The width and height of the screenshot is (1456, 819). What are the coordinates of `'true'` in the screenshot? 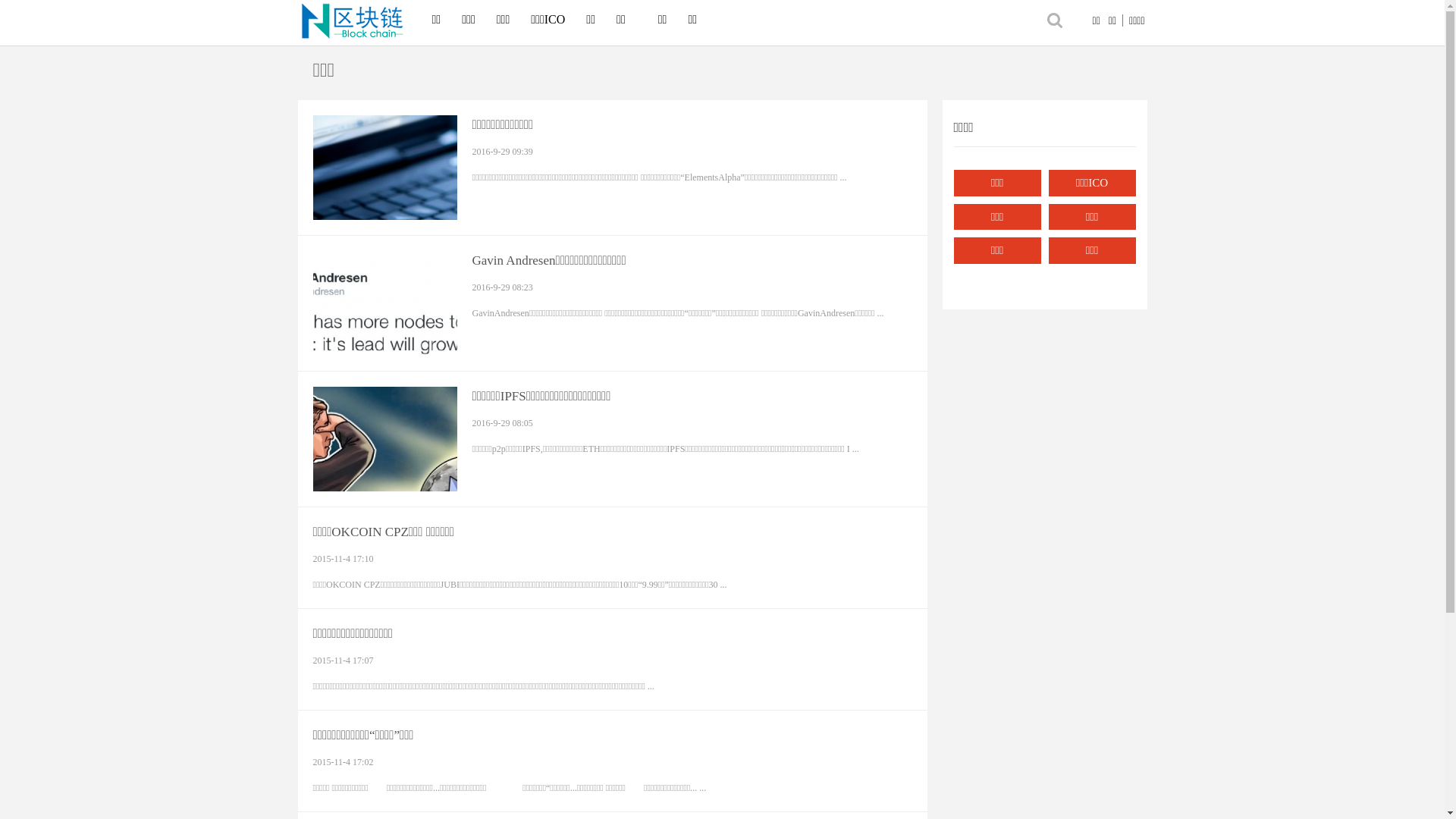 It's located at (1040, 20).